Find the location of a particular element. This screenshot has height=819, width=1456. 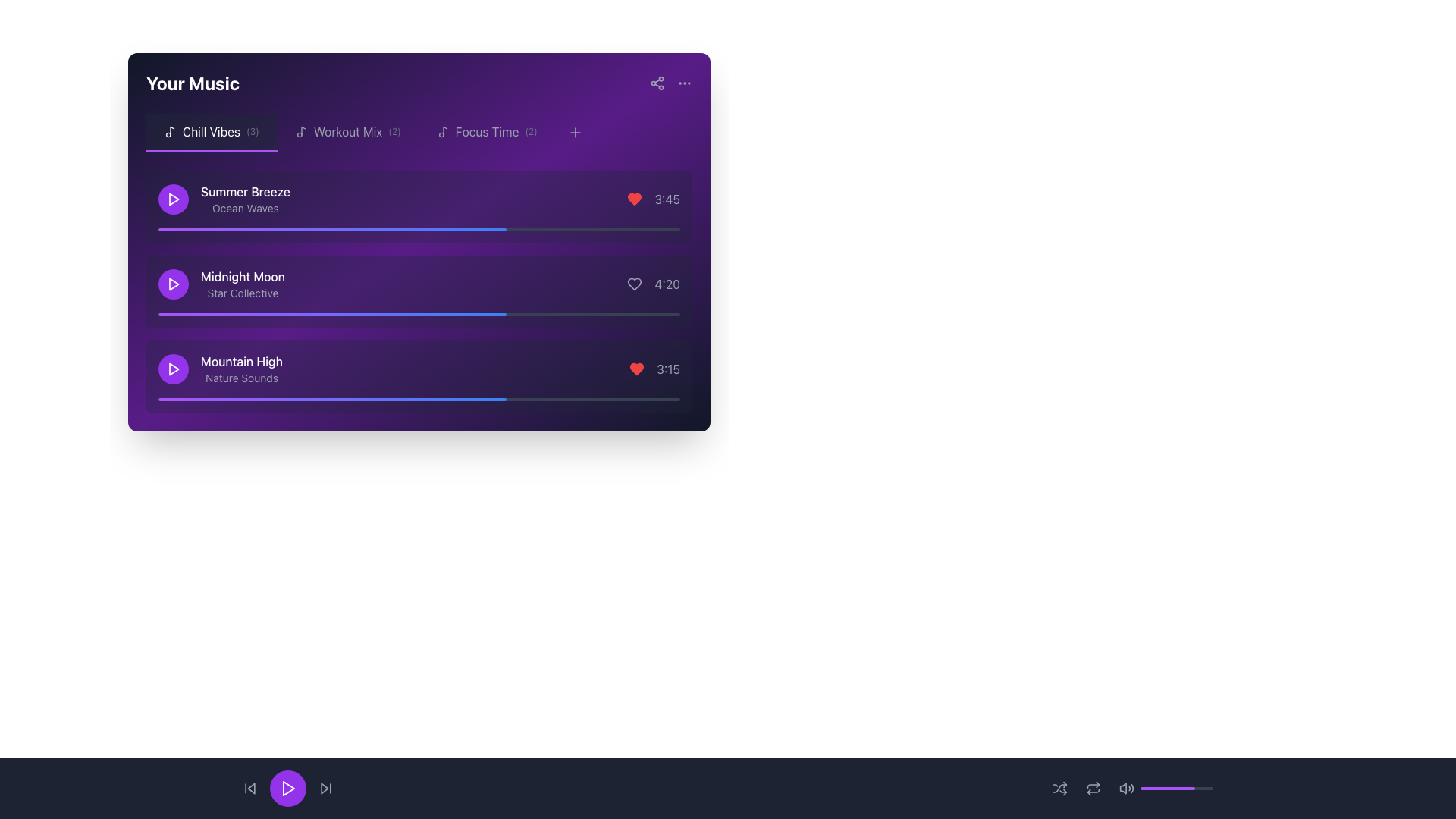

the progress bar located at the bottom of the 'Mountain High' area within the 'Your Music' interface is located at coordinates (419, 399).